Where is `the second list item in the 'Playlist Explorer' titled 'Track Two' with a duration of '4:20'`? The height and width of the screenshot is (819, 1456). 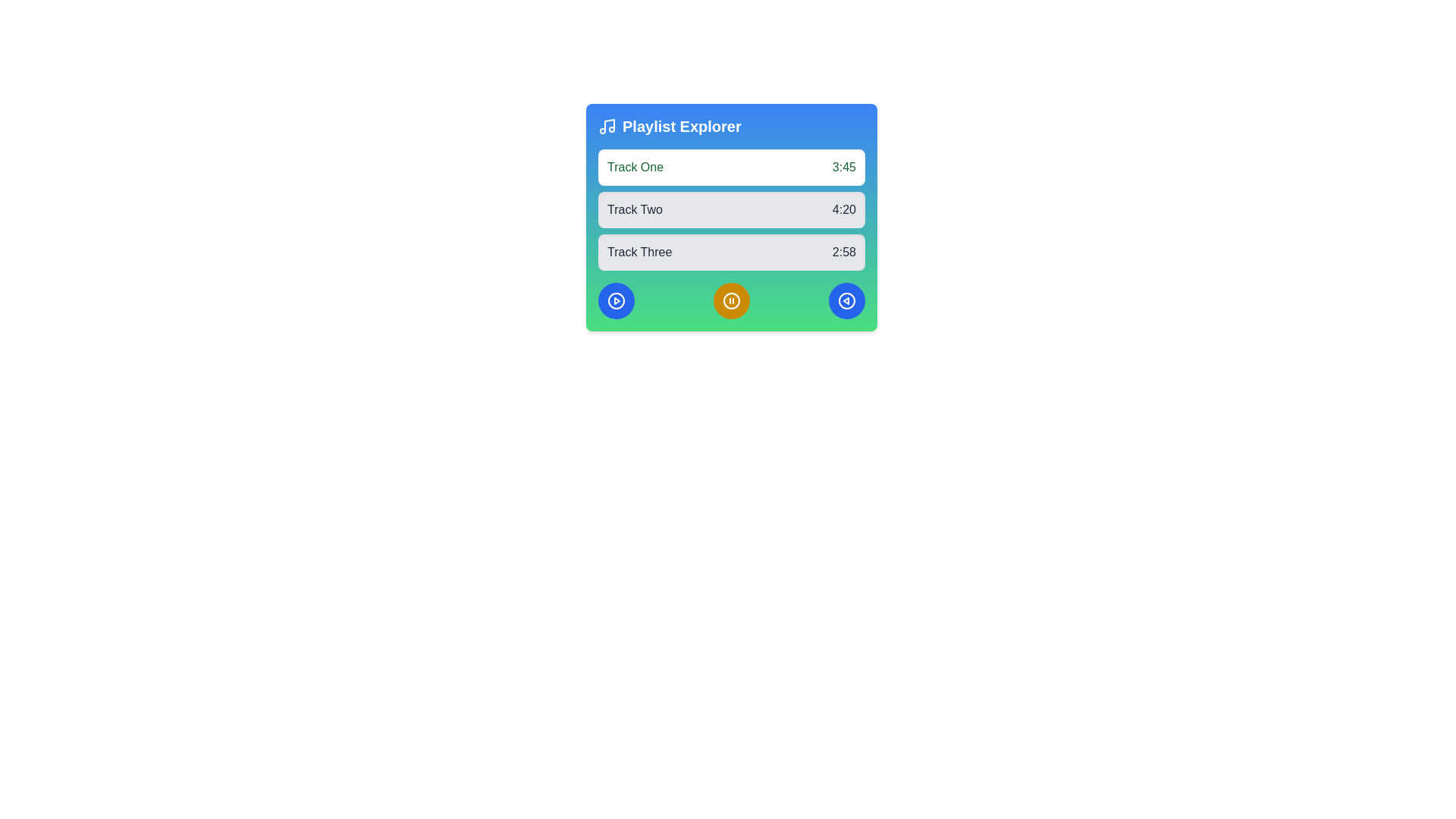
the second list item in the 'Playlist Explorer' titled 'Track Two' with a duration of '4:20' is located at coordinates (731, 210).